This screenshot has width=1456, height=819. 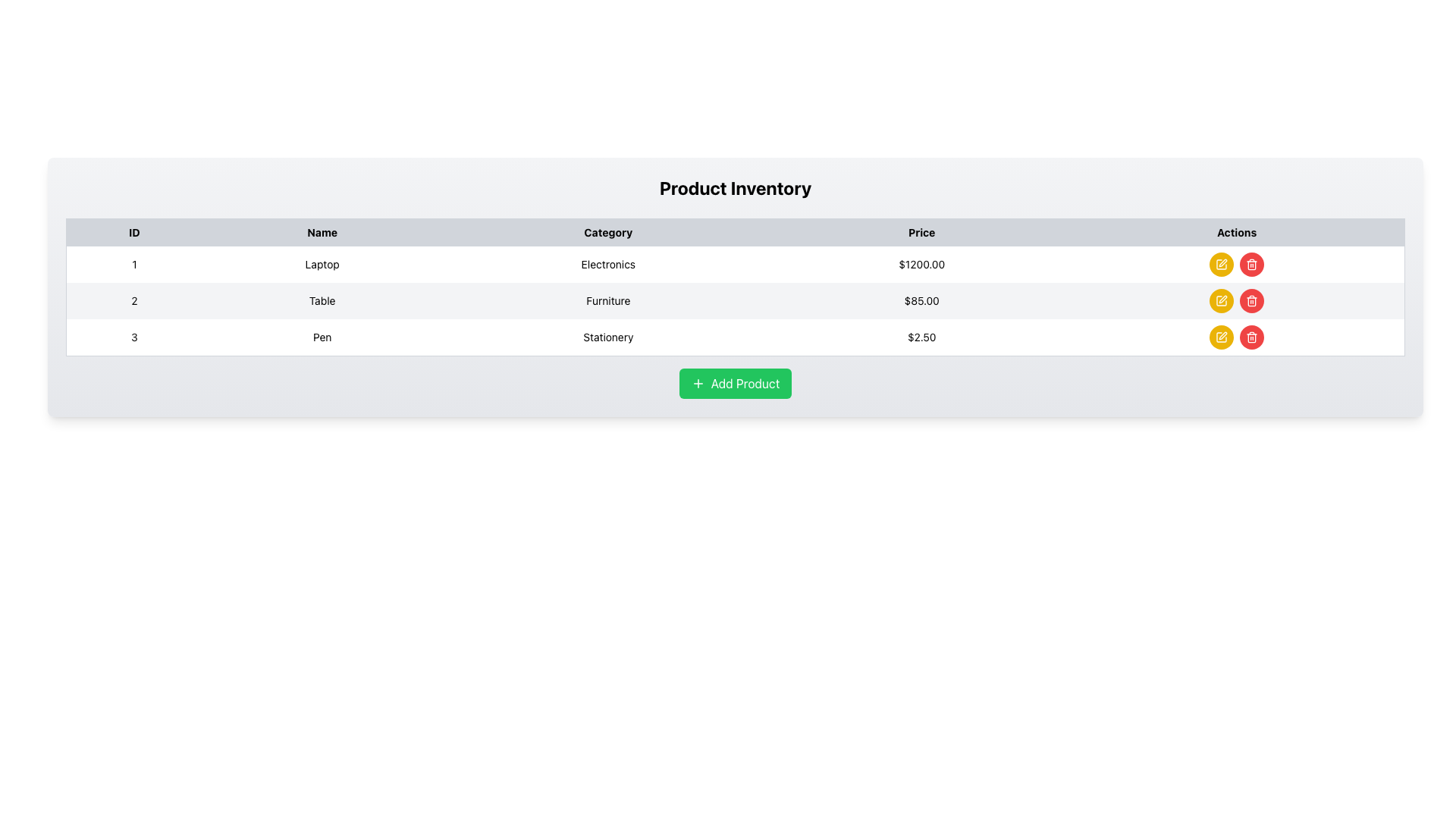 What do you see at coordinates (921, 263) in the screenshot?
I see `the static text displaying the price '$1200.00' in the pricing column of the product table` at bounding box center [921, 263].